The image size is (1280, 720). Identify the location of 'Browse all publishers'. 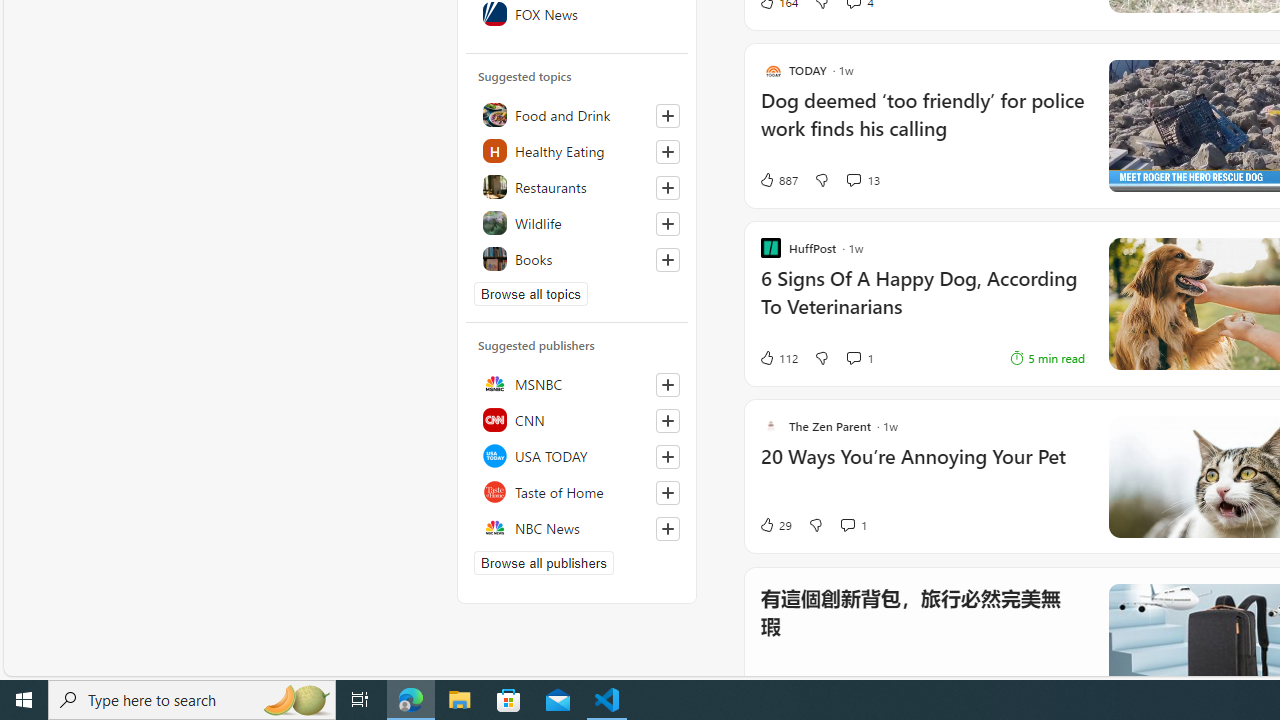
(544, 563).